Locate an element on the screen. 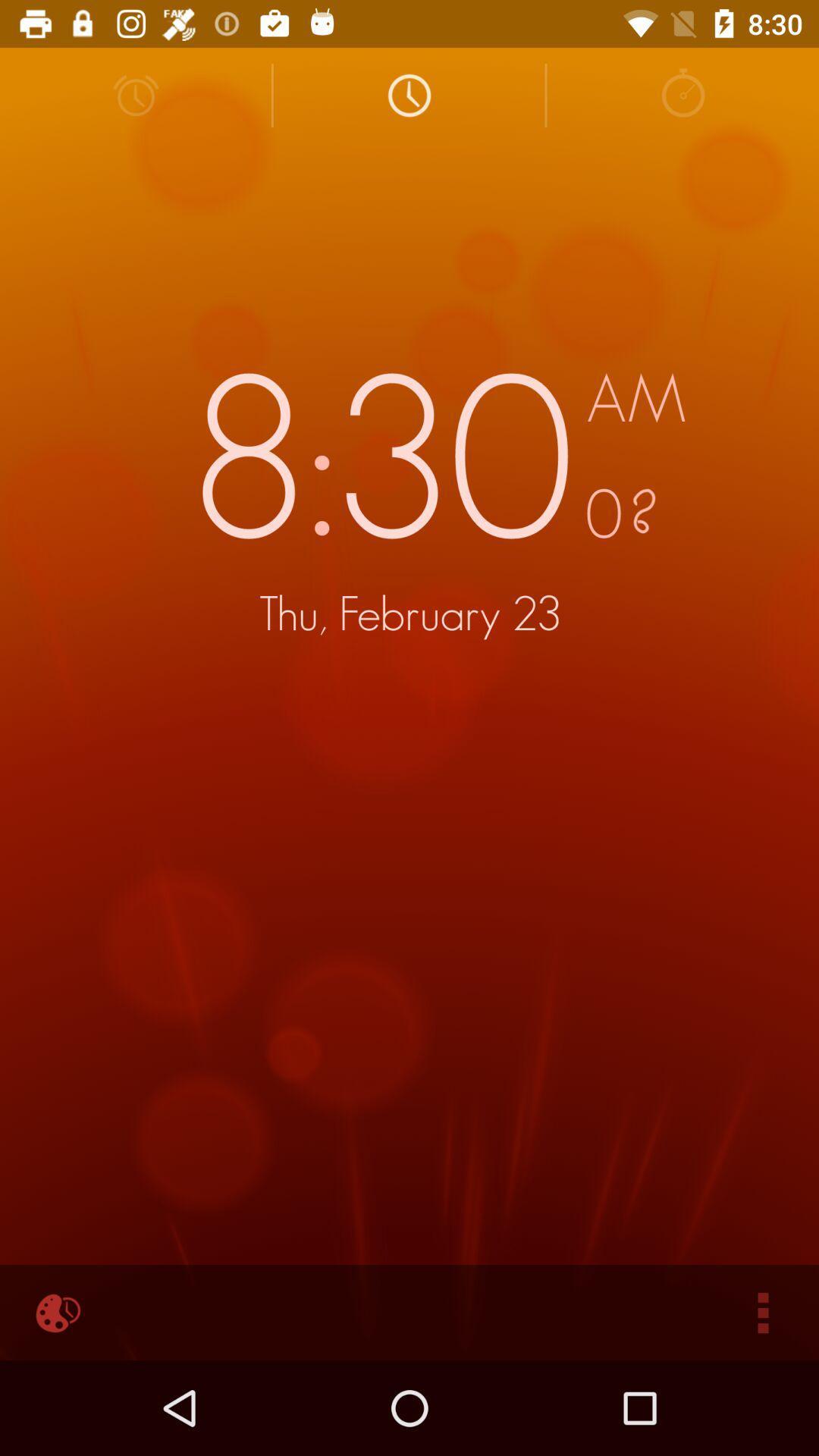  touch screen pallete is located at coordinates (55, 1312).